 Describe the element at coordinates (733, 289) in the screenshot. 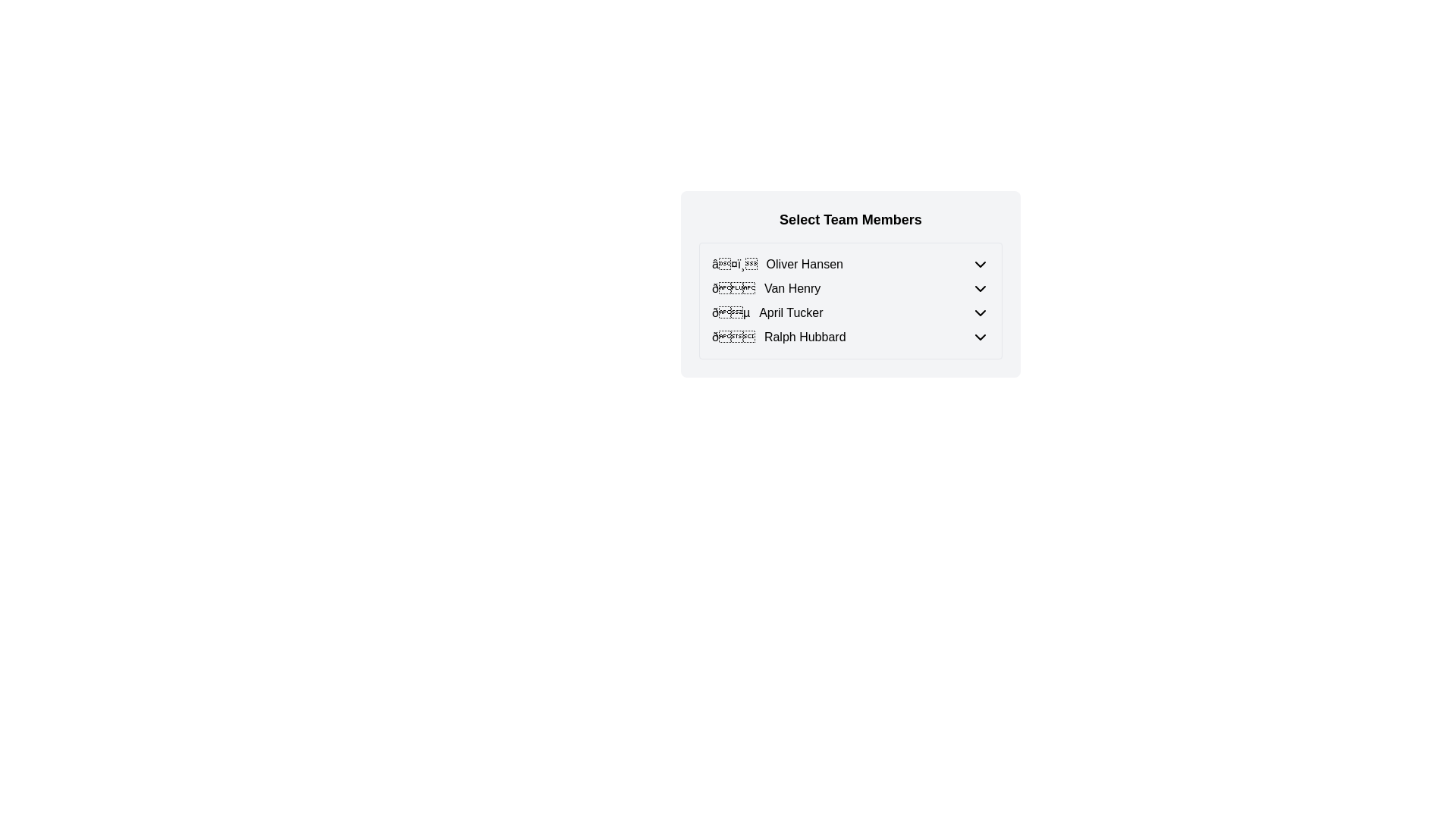

I see `the static emoji icon '🌟' that precedes the name 'Van Henry' in the list` at that location.